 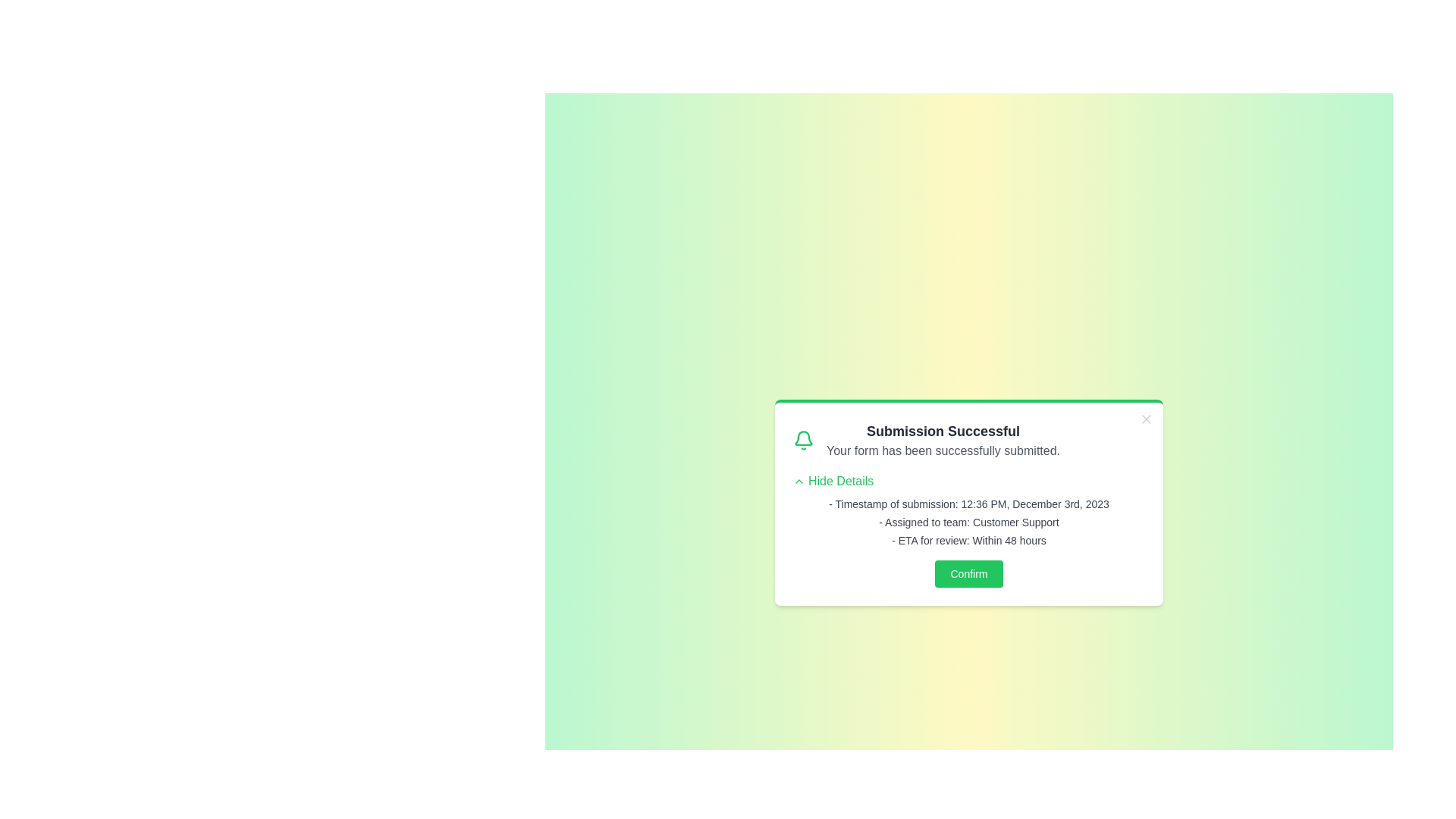 What do you see at coordinates (968, 573) in the screenshot?
I see `the 'Confirm' button to acknowledge the alert` at bounding box center [968, 573].